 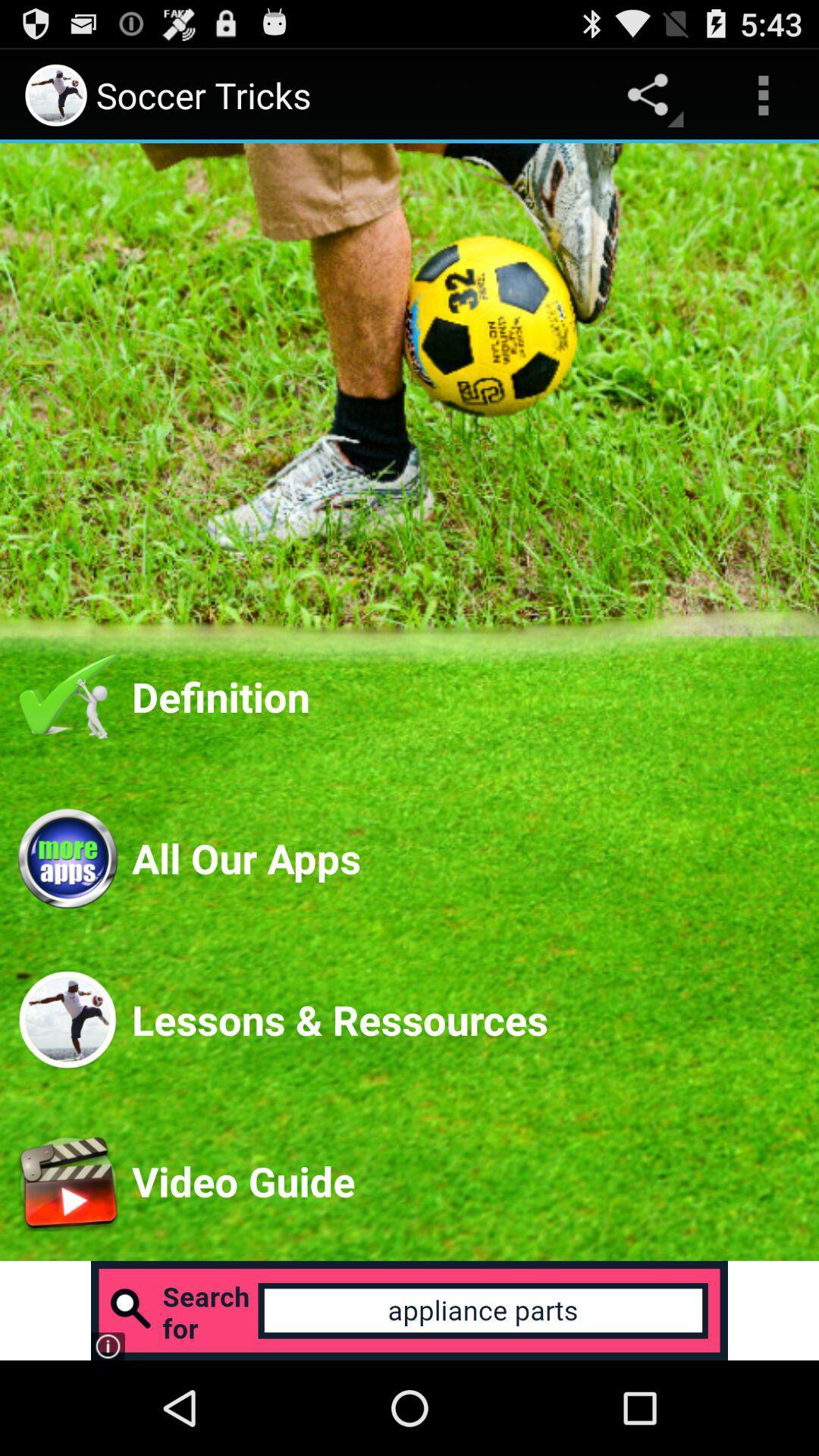 I want to click on the lessons & ressources item, so click(x=465, y=1019).